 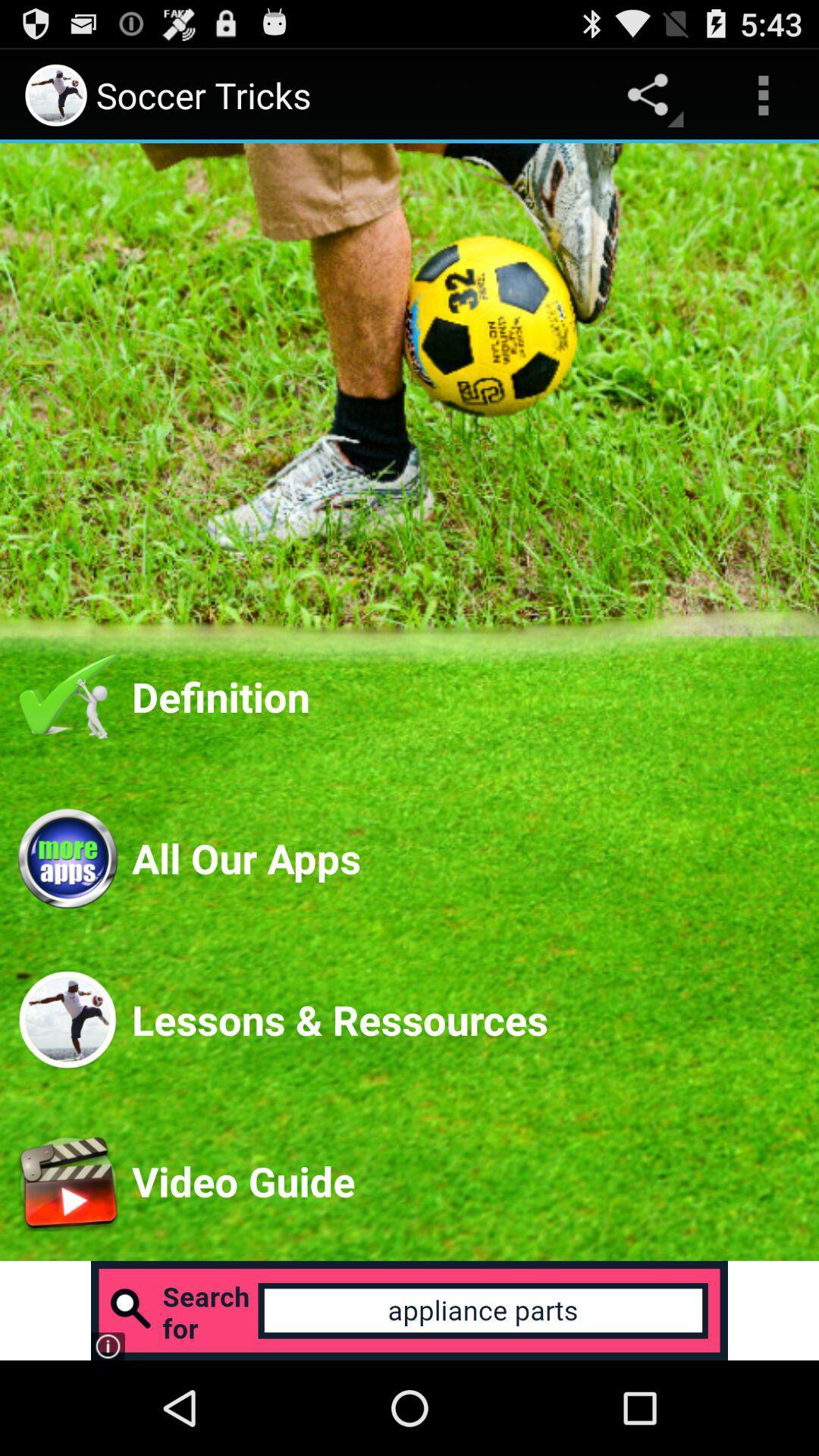 I want to click on the lessons & ressources item, so click(x=465, y=1019).